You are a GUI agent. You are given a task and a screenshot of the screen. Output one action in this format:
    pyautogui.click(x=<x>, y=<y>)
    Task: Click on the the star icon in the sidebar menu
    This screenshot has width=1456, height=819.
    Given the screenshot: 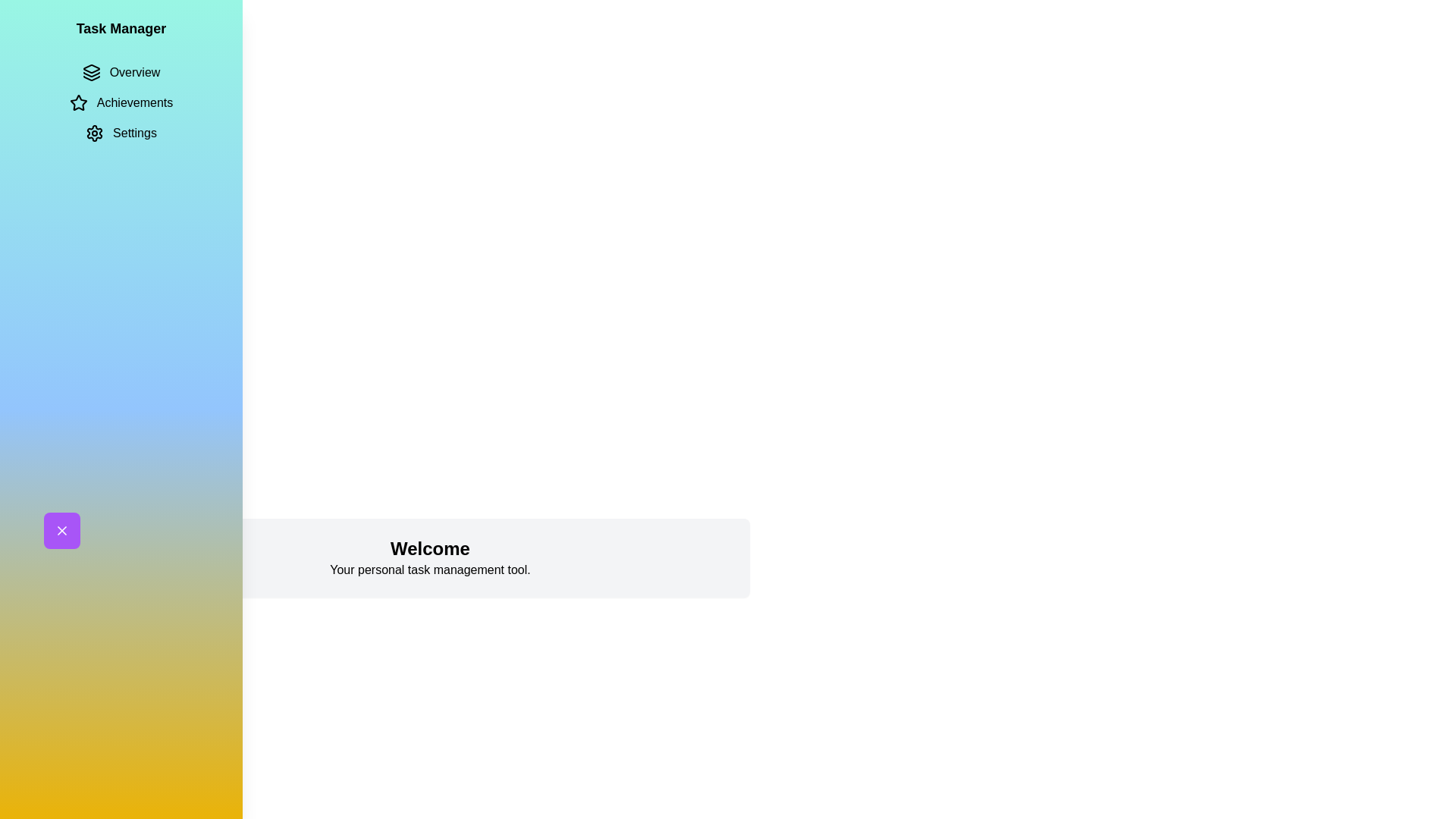 What is the action you would take?
    pyautogui.click(x=77, y=102)
    